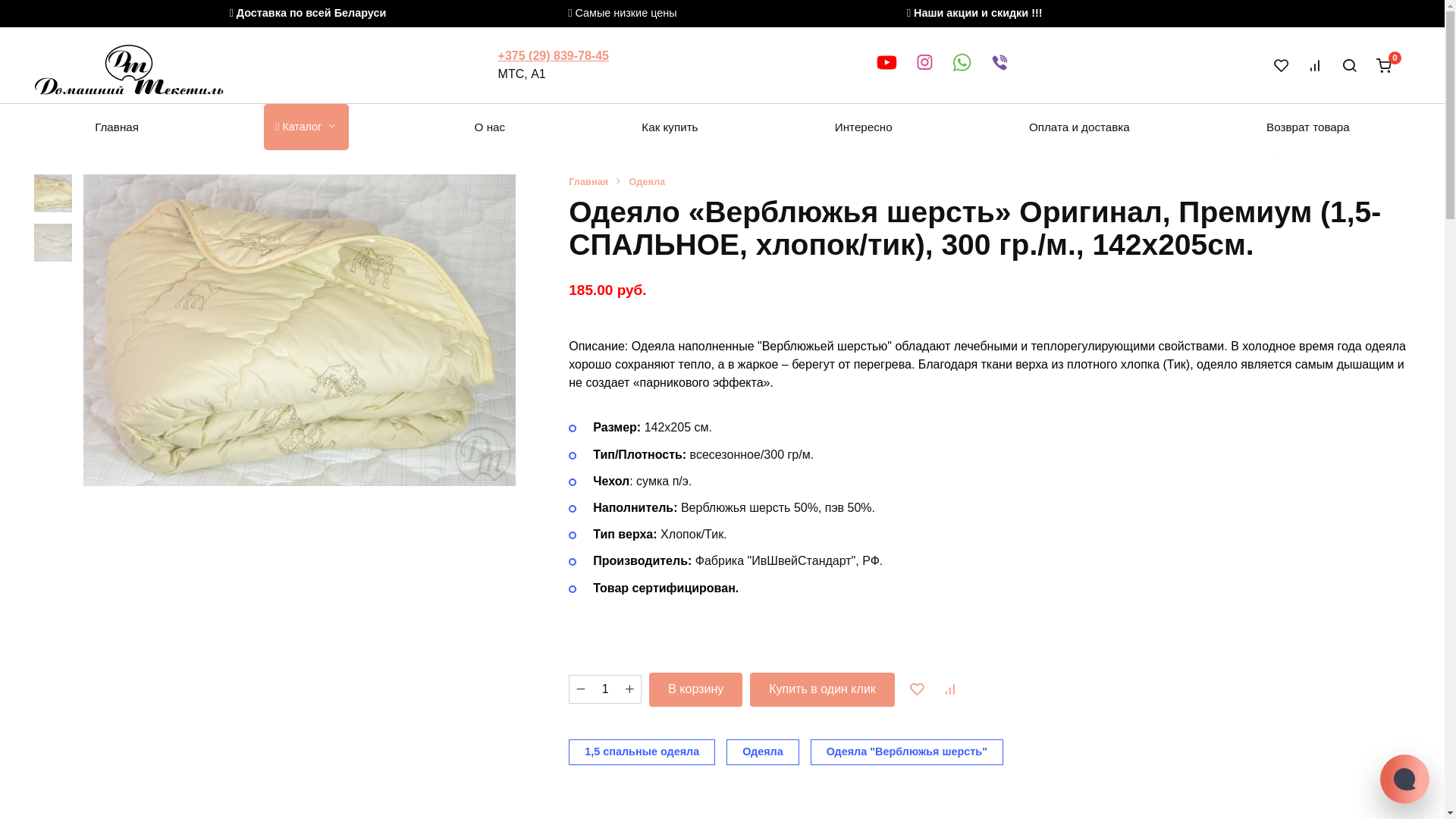 The width and height of the screenshot is (1456, 819). Describe the element at coordinates (299, 329) in the screenshot. I see `'DSC_1575'` at that location.